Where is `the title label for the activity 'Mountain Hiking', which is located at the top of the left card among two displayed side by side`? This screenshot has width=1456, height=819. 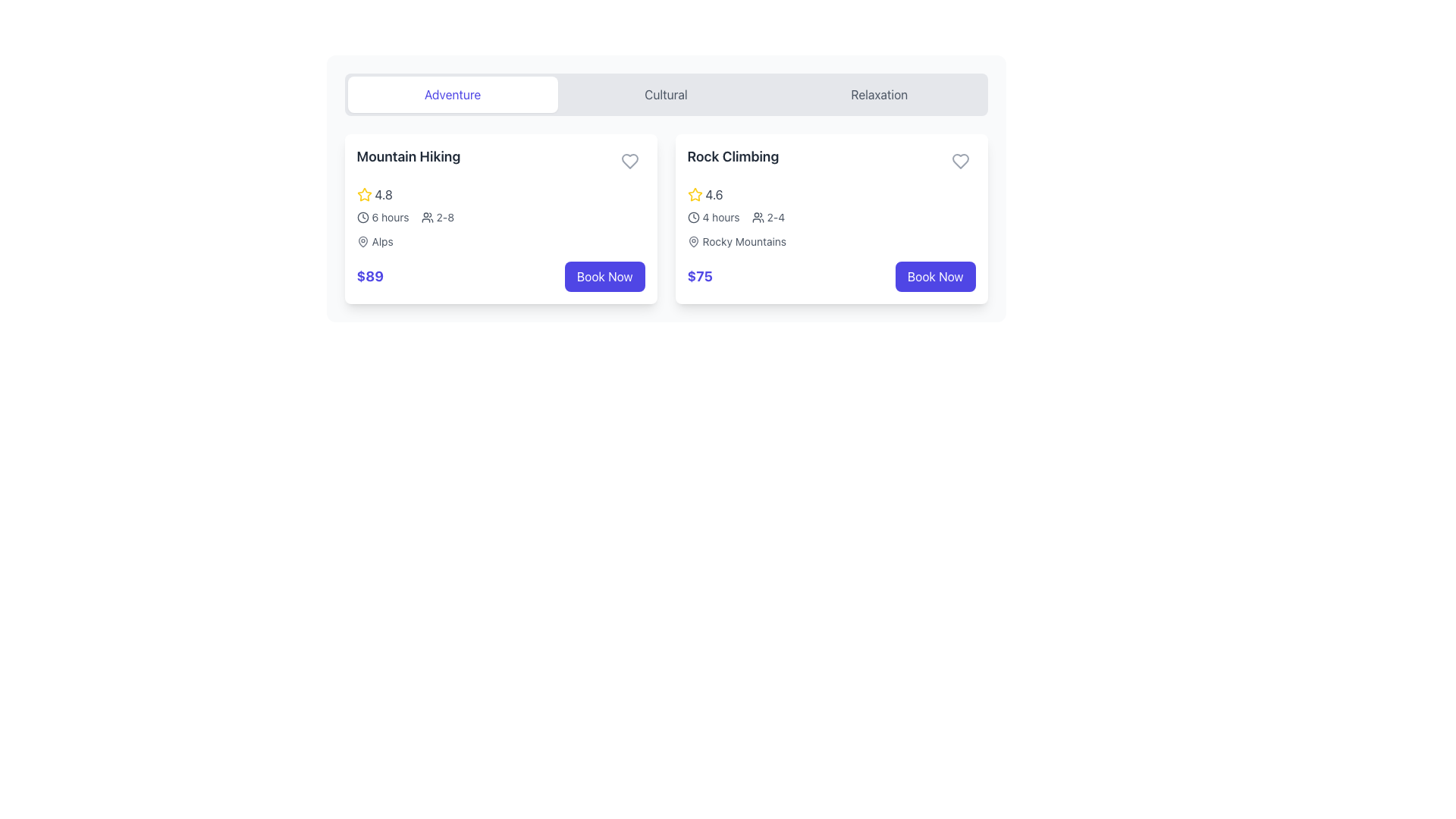 the title label for the activity 'Mountain Hiking', which is located at the top of the left card among two displayed side by side is located at coordinates (408, 157).